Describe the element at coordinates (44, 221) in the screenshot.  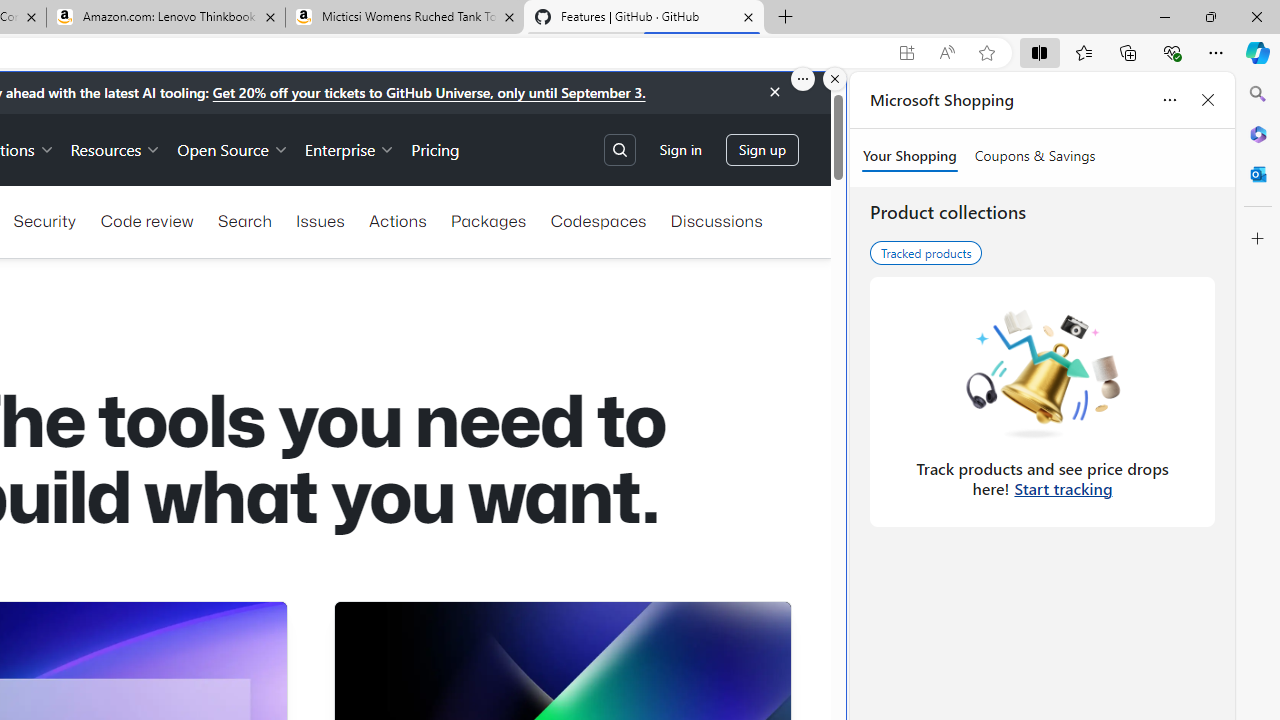
I see `'Security'` at that location.